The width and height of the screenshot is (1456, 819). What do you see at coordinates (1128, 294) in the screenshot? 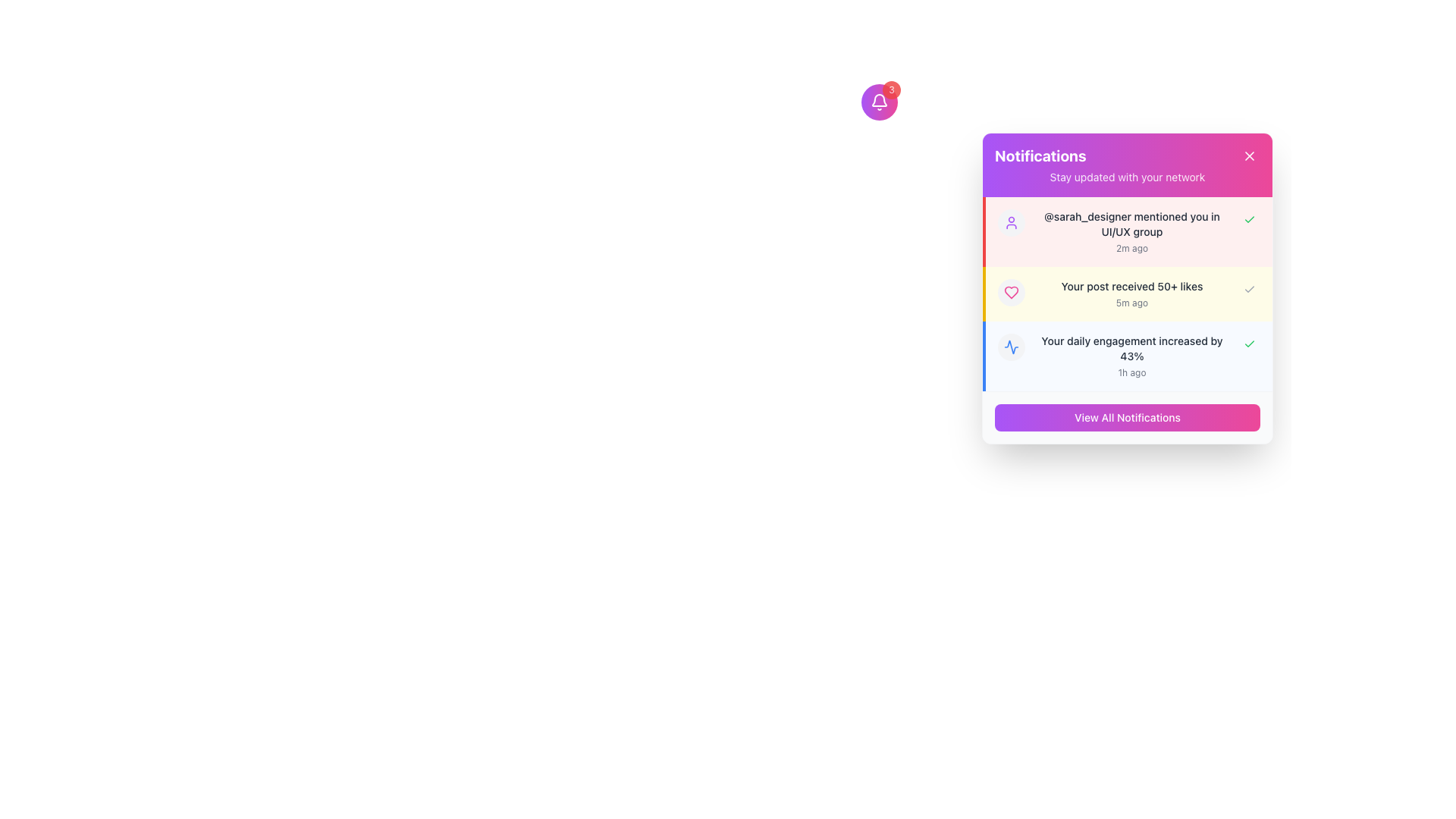
I see `the checkmark associated with the second notification in the 'Notifications' dropdown panel, which indicates that a post received over 50 likes, to mark it as read` at bounding box center [1128, 294].